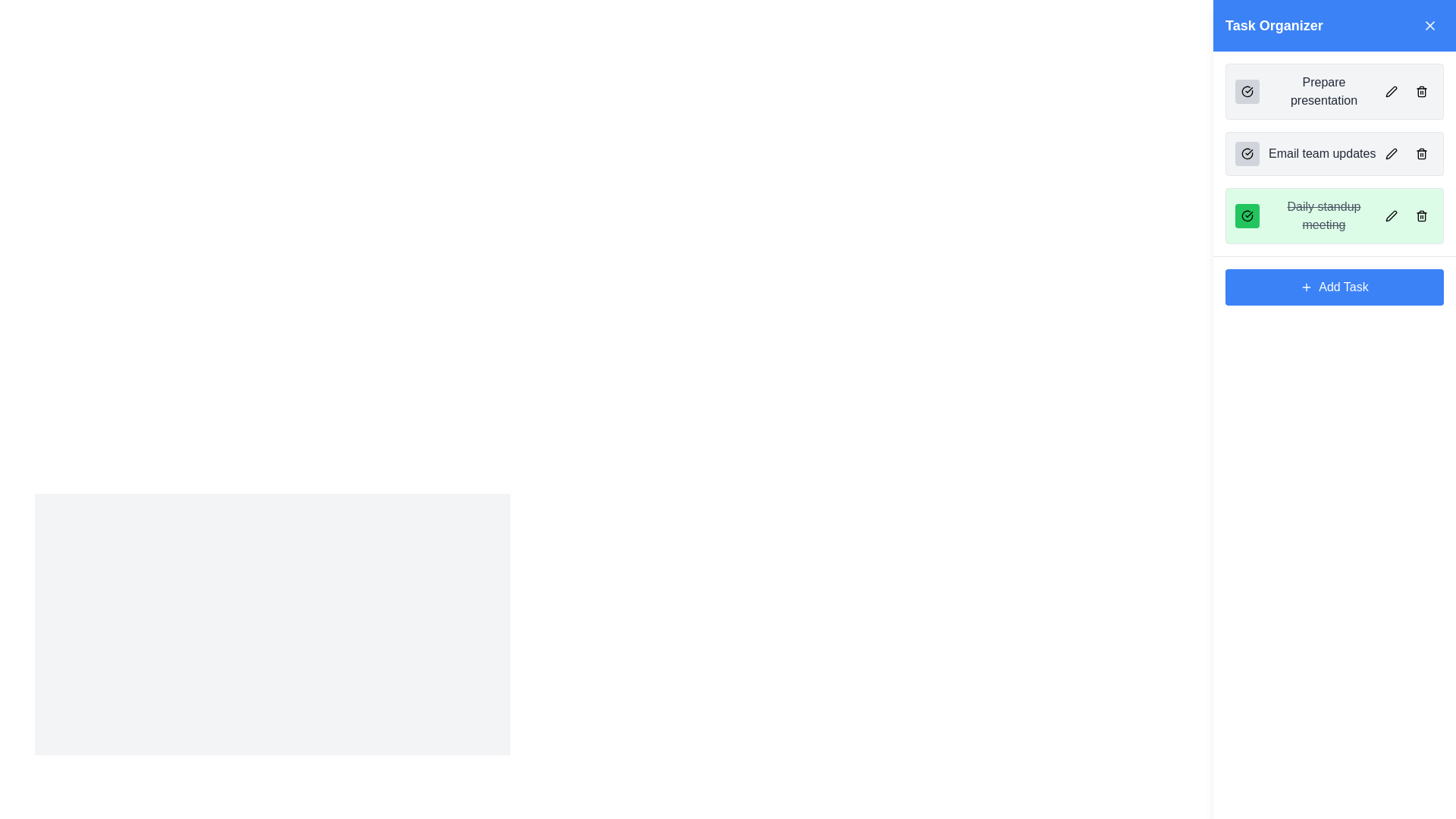 The height and width of the screenshot is (819, 1456). I want to click on the circular checkmark icon located in the first task row titled 'Prepare presentation' in the task organizer panel, so click(1247, 91).